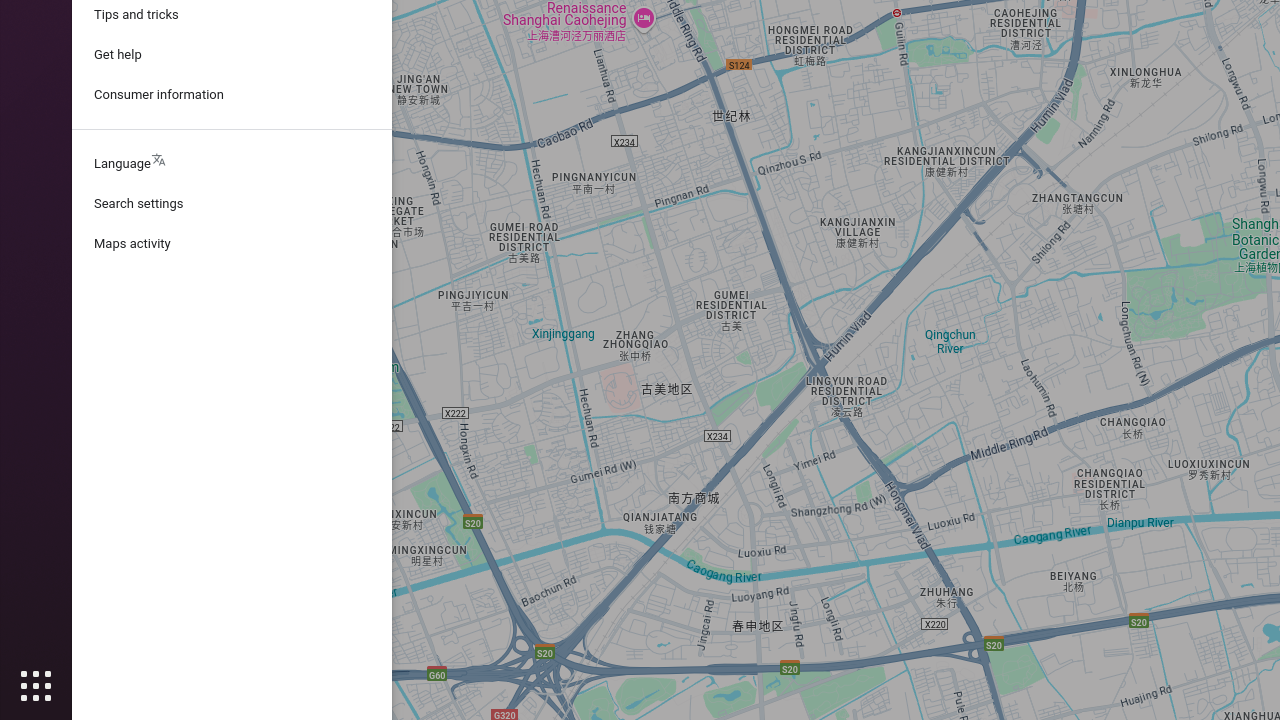  I want to click on 'Maps activity', so click(231, 243).